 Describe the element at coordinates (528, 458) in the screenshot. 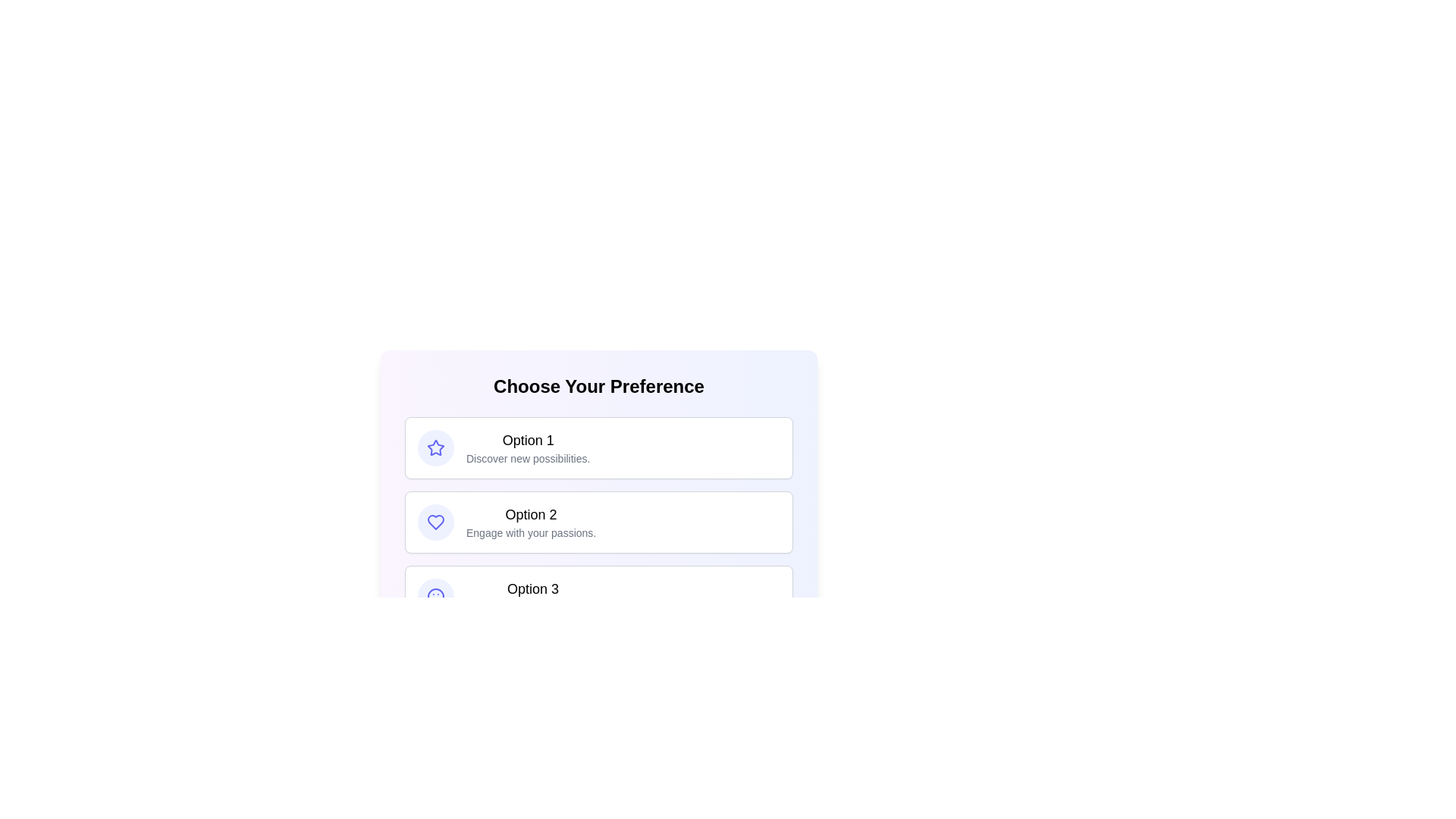

I see `the text label that reads 'Discover new possibilities.' which is styled in gray and serves as a subtitle under 'Option 1'` at that location.